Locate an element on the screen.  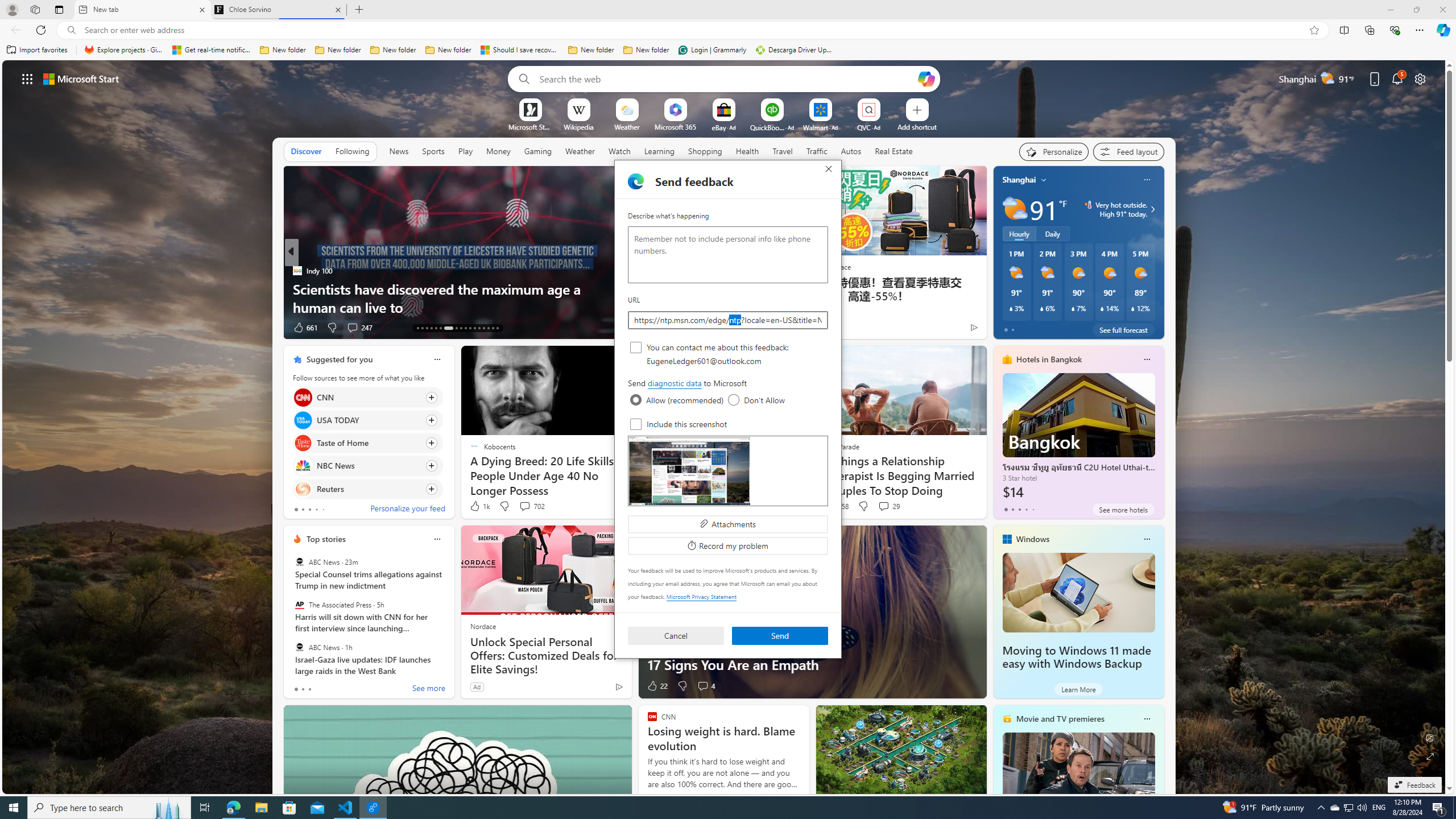
'Gaming' is located at coordinates (537, 150).